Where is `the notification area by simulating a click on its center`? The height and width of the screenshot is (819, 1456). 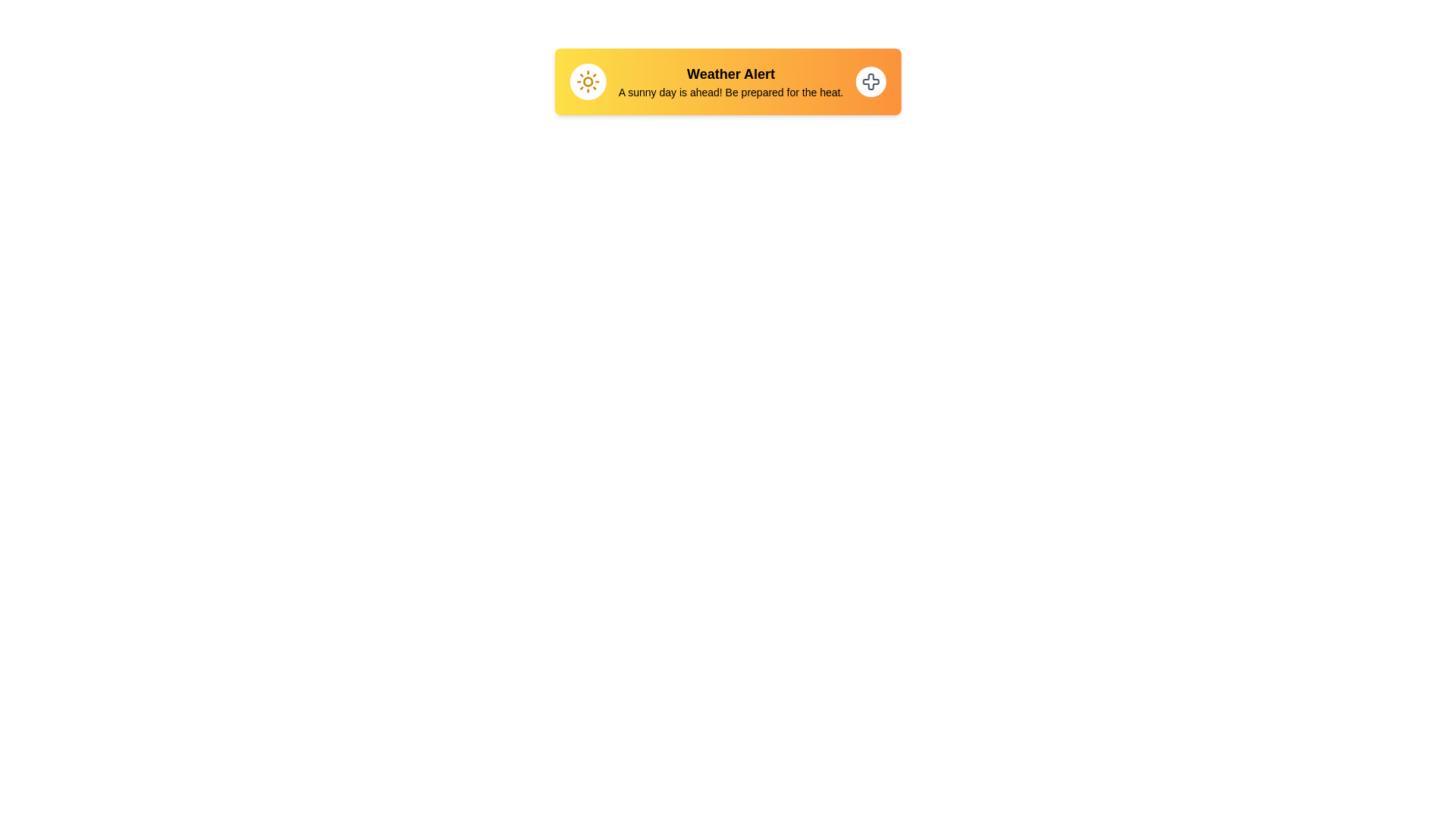
the notification area by simulating a click on its center is located at coordinates (728, 82).